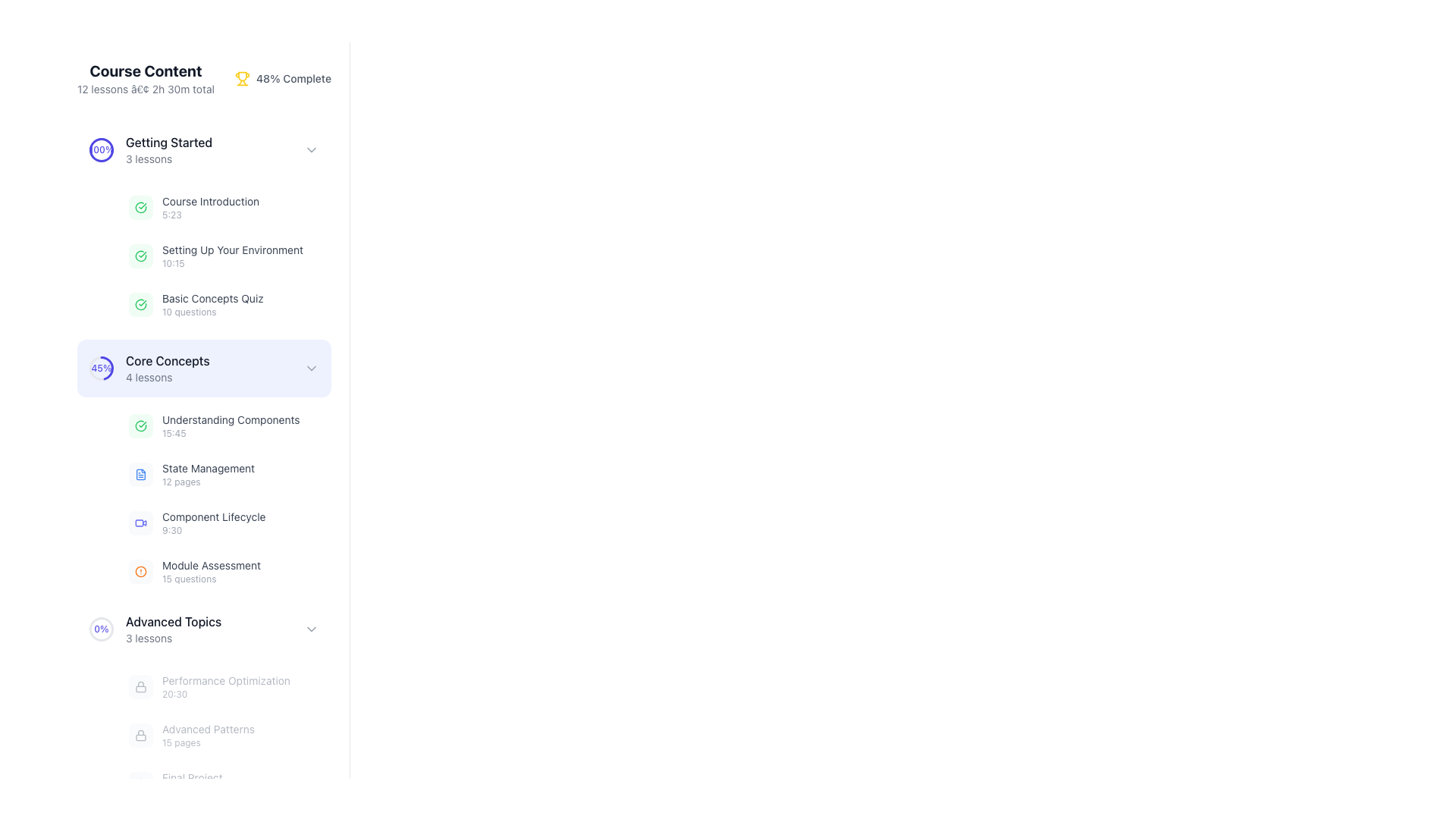  What do you see at coordinates (191, 734) in the screenshot?
I see `the information of the list item titled 'Advanced Patterns' that has a lock icon and is located within the 'Advanced Topics' section` at bounding box center [191, 734].